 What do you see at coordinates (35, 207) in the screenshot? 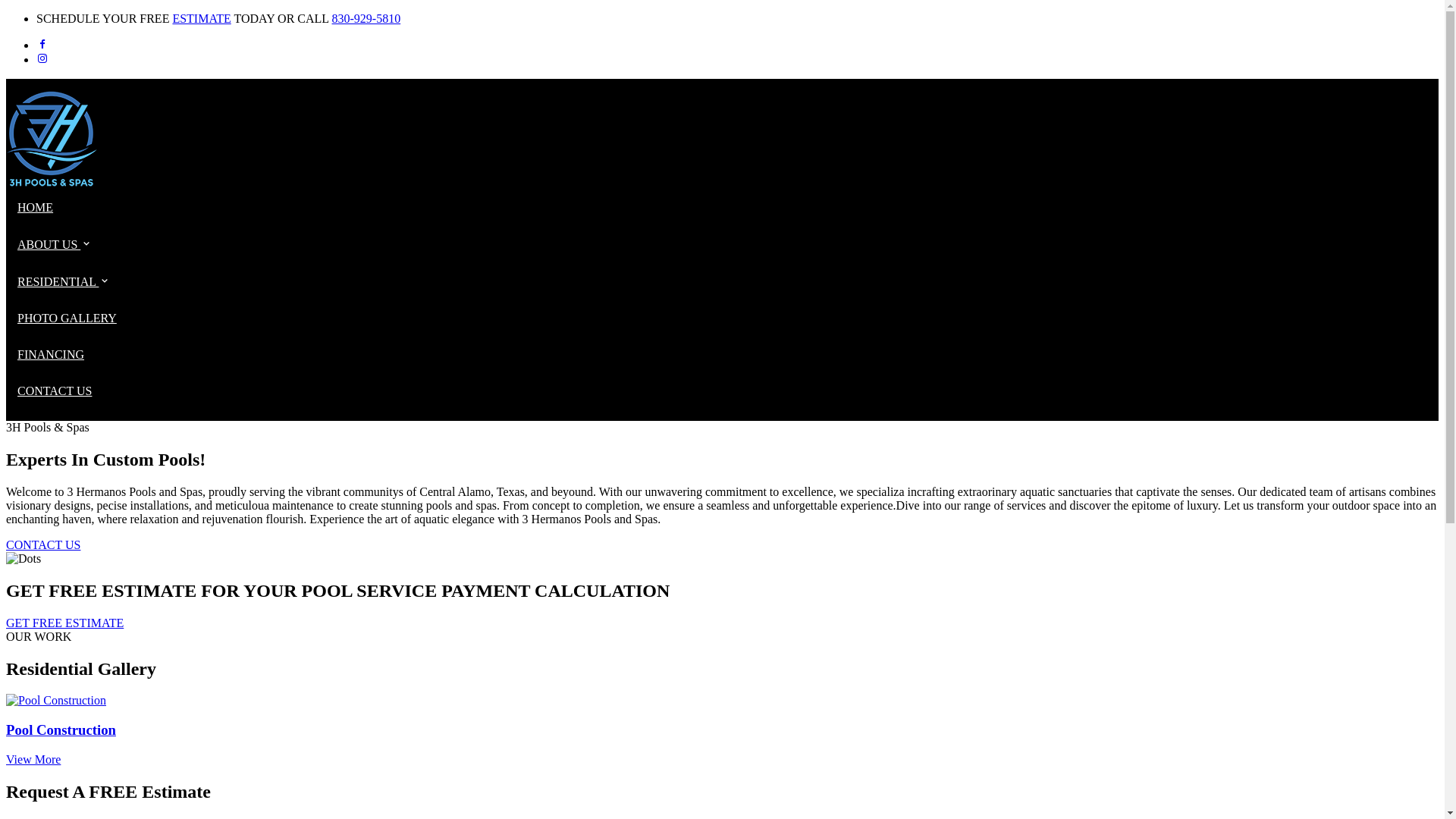
I see `'HOME'` at bounding box center [35, 207].